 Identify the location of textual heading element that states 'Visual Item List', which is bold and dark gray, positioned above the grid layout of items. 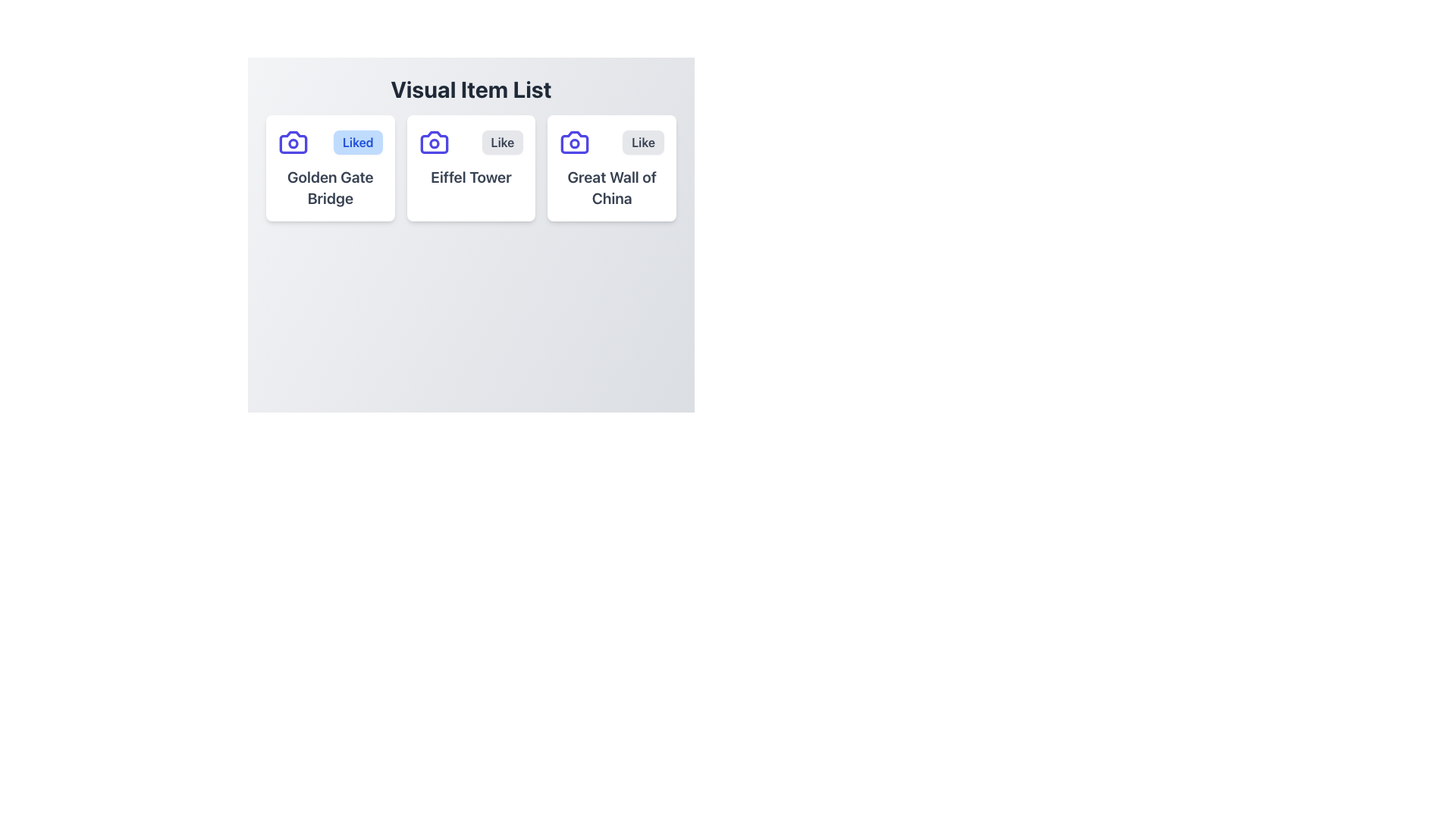
(470, 89).